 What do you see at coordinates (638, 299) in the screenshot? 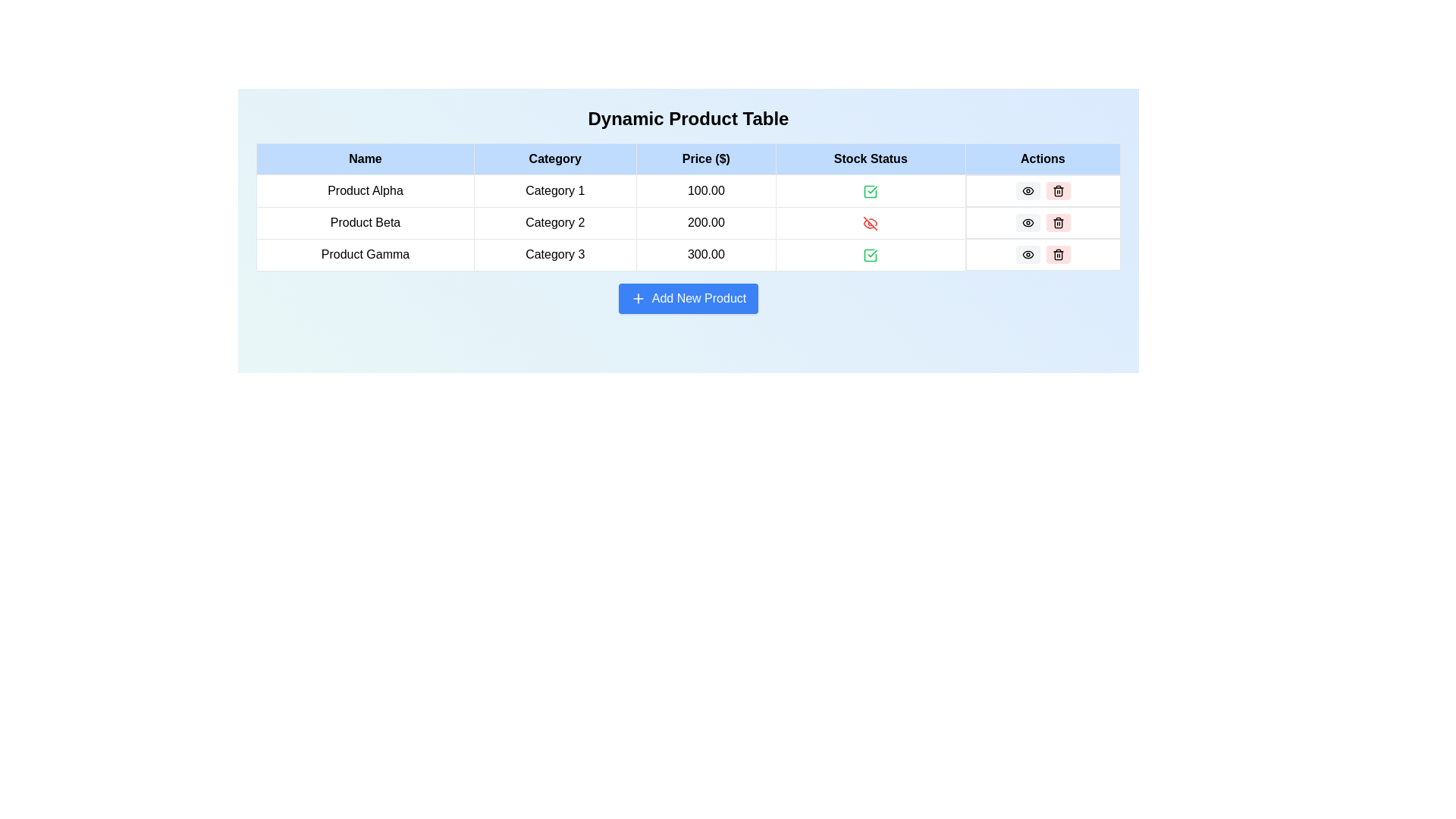
I see `the small blue plus icon located within the 'Add New Product' button, positioned at the lower center of the interface` at bounding box center [638, 299].